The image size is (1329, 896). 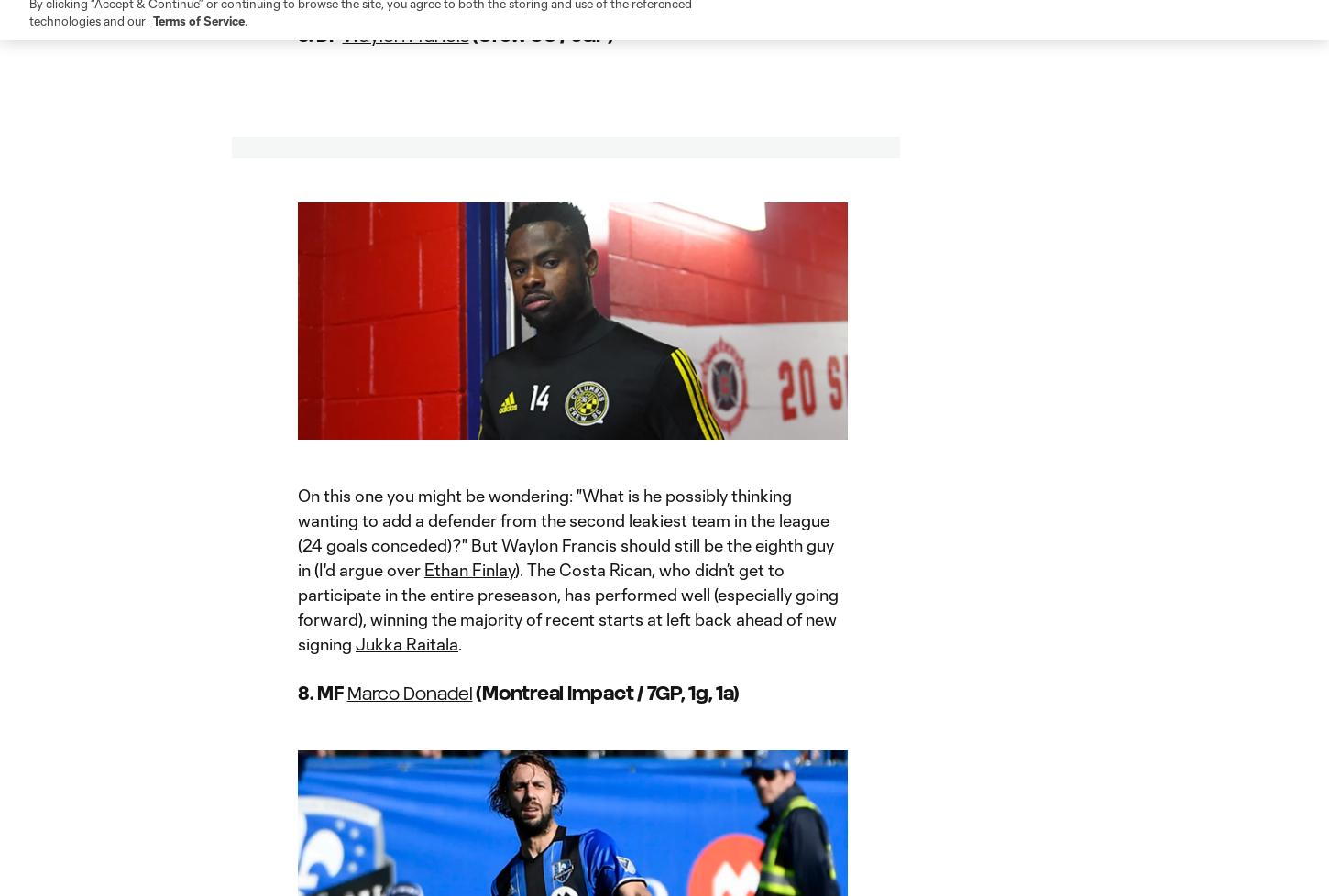 I want to click on '). The Costa Rican, who didn’t get to participate in the entire preseason, has performed well (especially going forward), winning the majority of recent starts at left back ahead of new signing', so click(x=567, y=606).